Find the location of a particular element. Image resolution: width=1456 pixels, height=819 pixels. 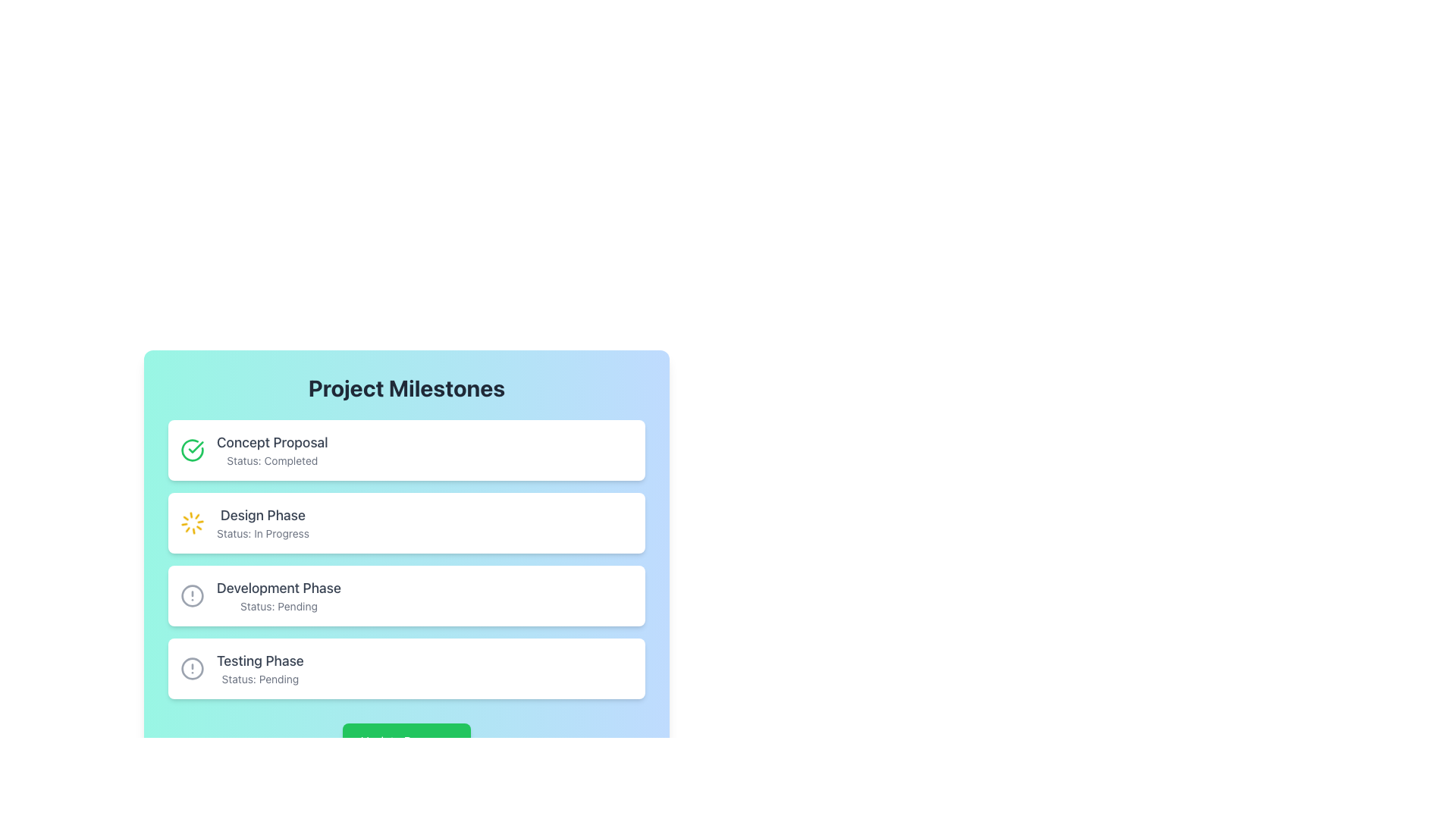

the text label displaying 'Status: In Progress.' located below the 'Design Phase' headline in the 'Project Milestones' list is located at coordinates (262, 533).